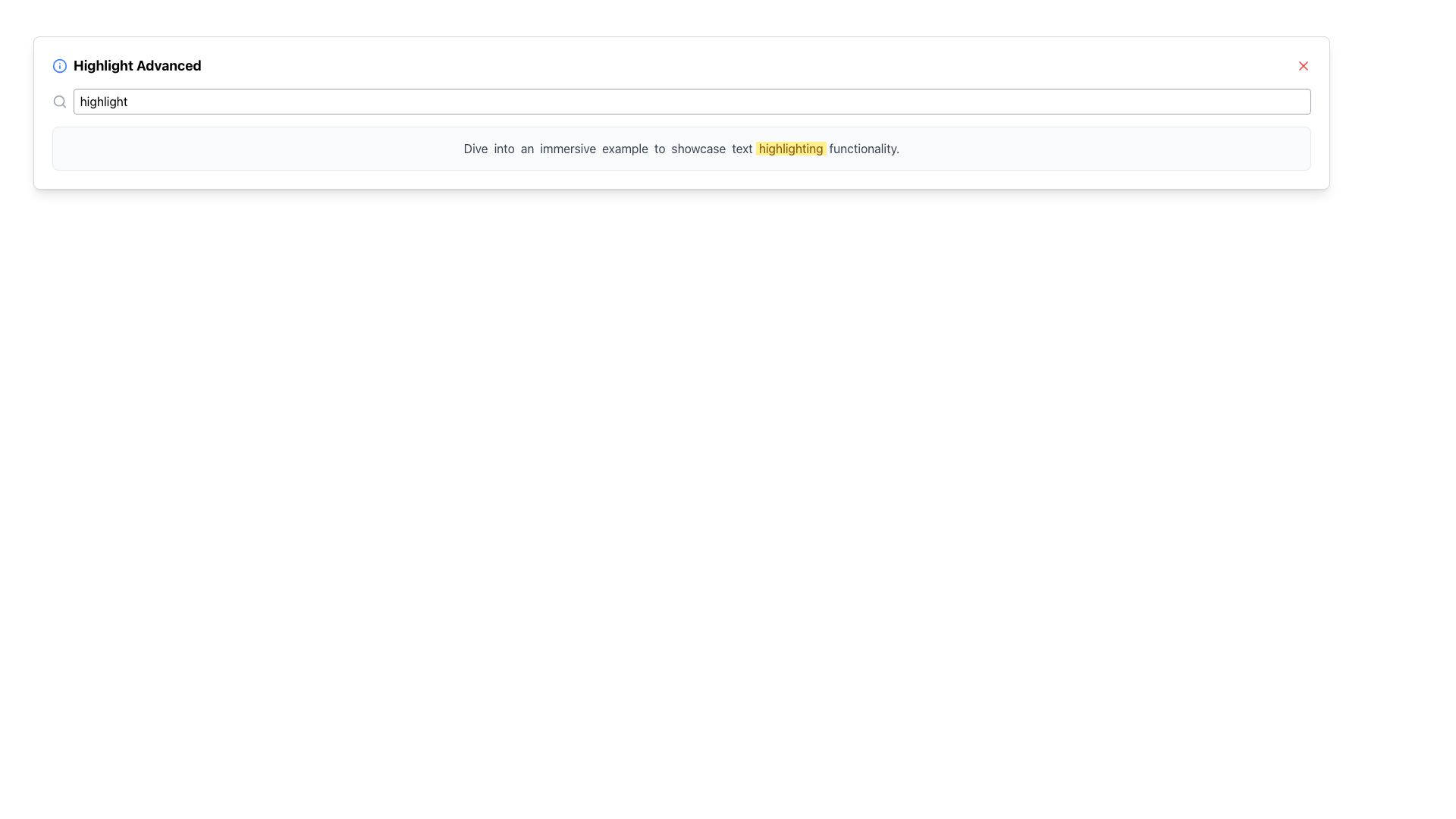 The width and height of the screenshot is (1456, 819). What do you see at coordinates (527, 149) in the screenshot?
I see `static text element displaying the word 'an', which is styled in gray and part of a larger sentence within a bordered box` at bounding box center [527, 149].